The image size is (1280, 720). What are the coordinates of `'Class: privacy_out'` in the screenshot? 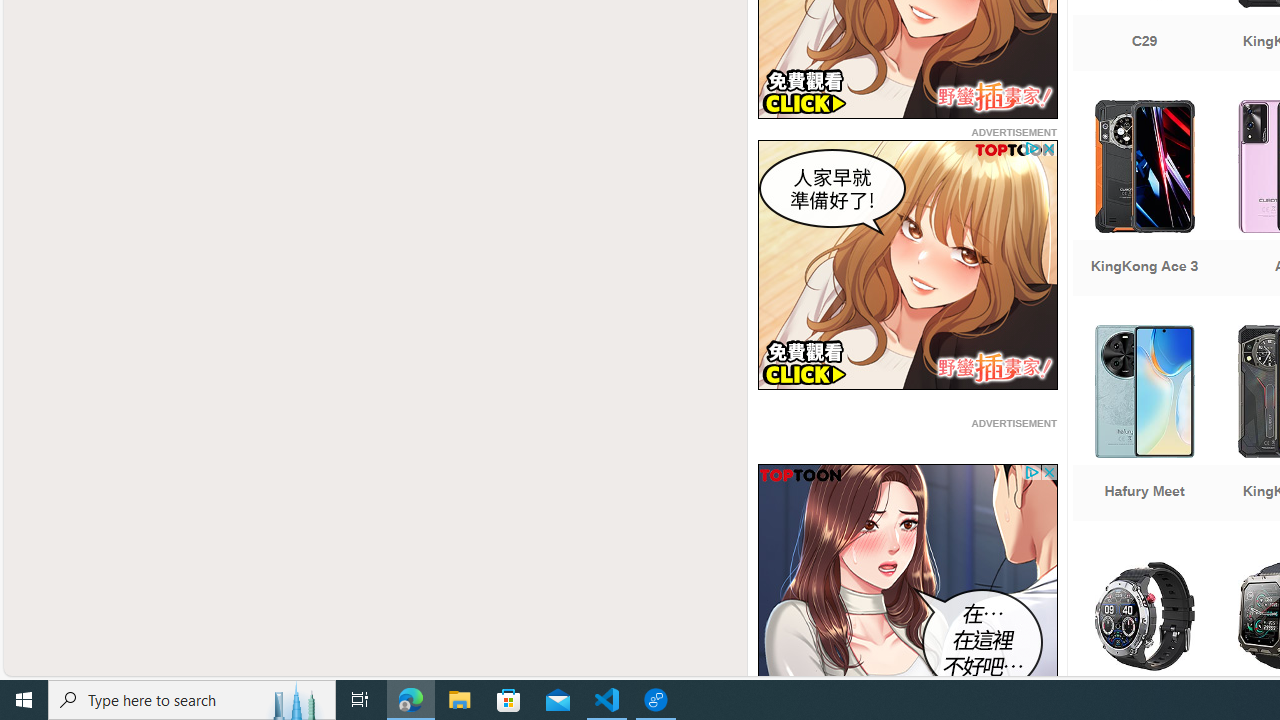 It's located at (1031, 473).